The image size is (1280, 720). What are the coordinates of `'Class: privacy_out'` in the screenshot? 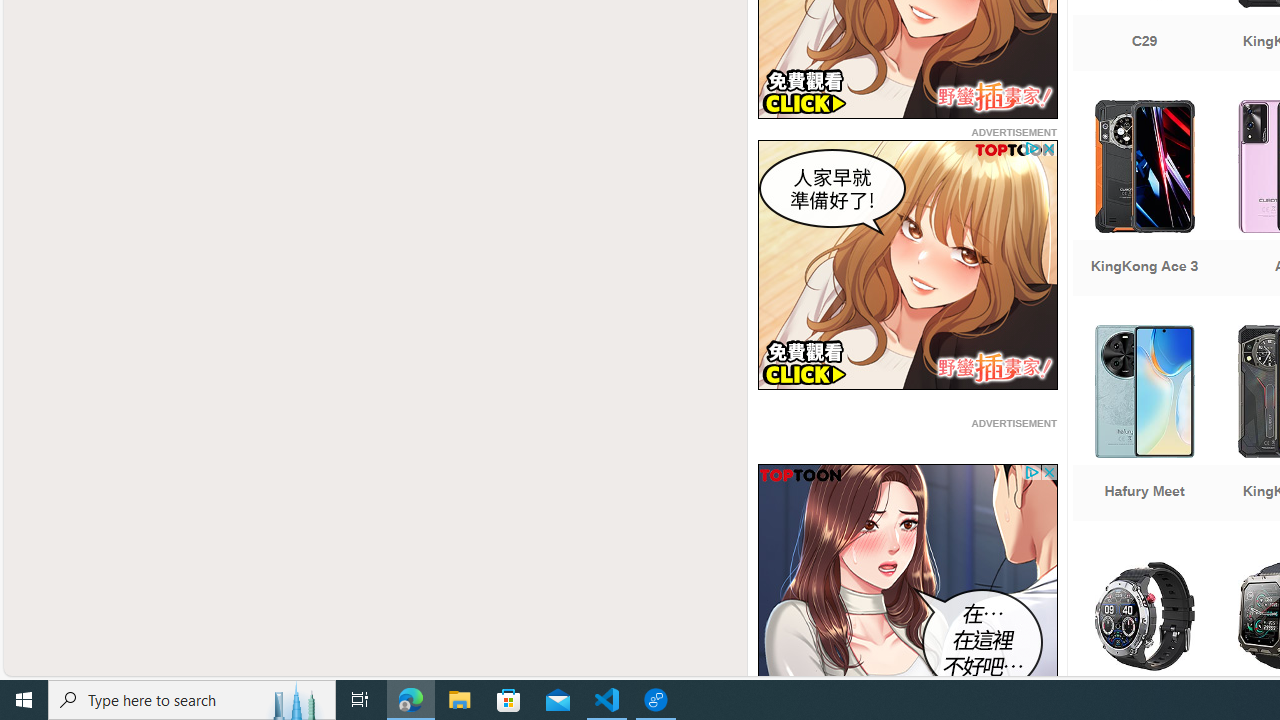 It's located at (1031, 473).